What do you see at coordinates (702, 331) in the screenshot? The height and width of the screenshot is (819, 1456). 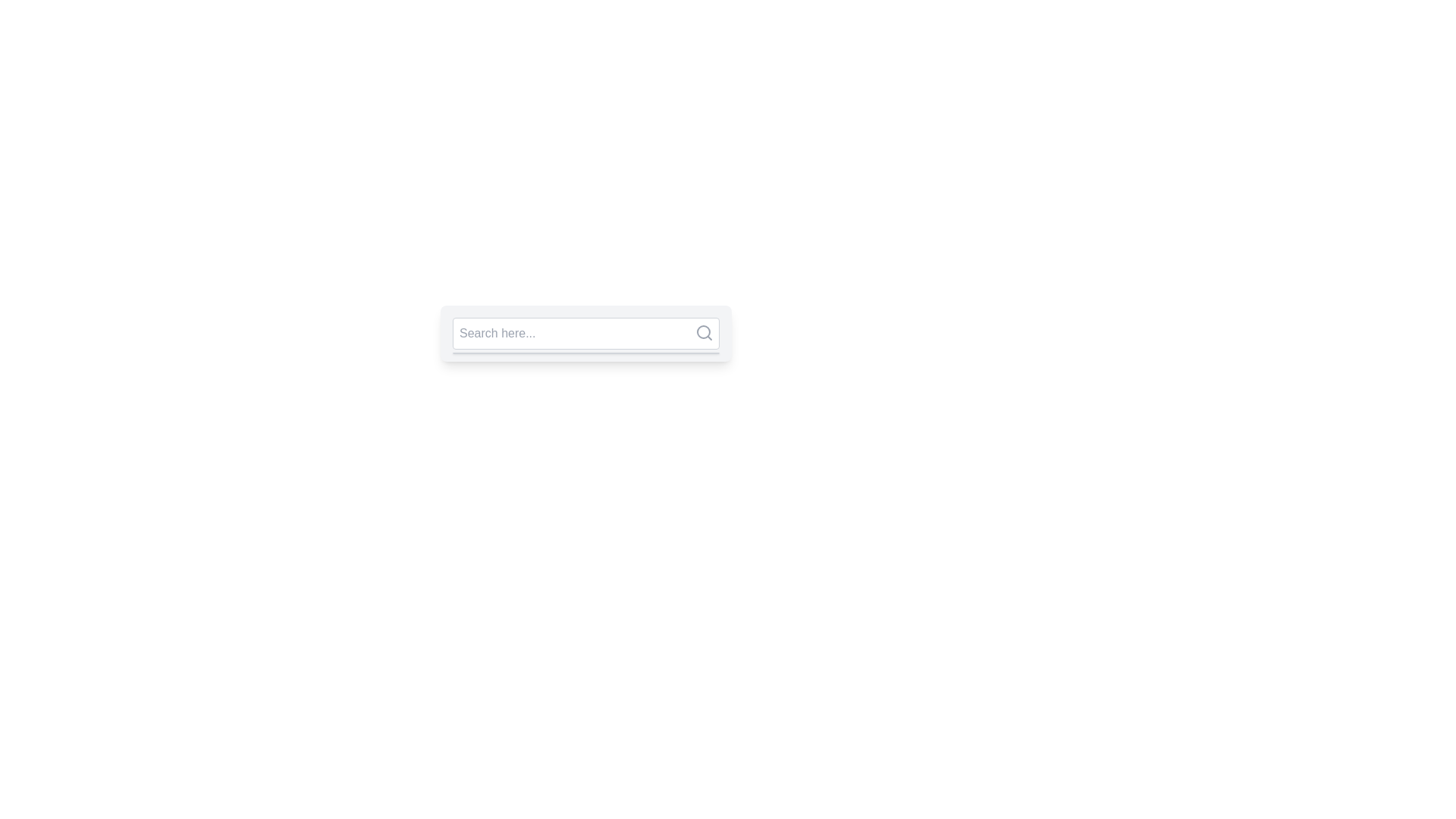 I see `the SVG Circle Graphic of the search icon, which has a gray outline and no fill, located at the top-right corner of the search bar` at bounding box center [702, 331].